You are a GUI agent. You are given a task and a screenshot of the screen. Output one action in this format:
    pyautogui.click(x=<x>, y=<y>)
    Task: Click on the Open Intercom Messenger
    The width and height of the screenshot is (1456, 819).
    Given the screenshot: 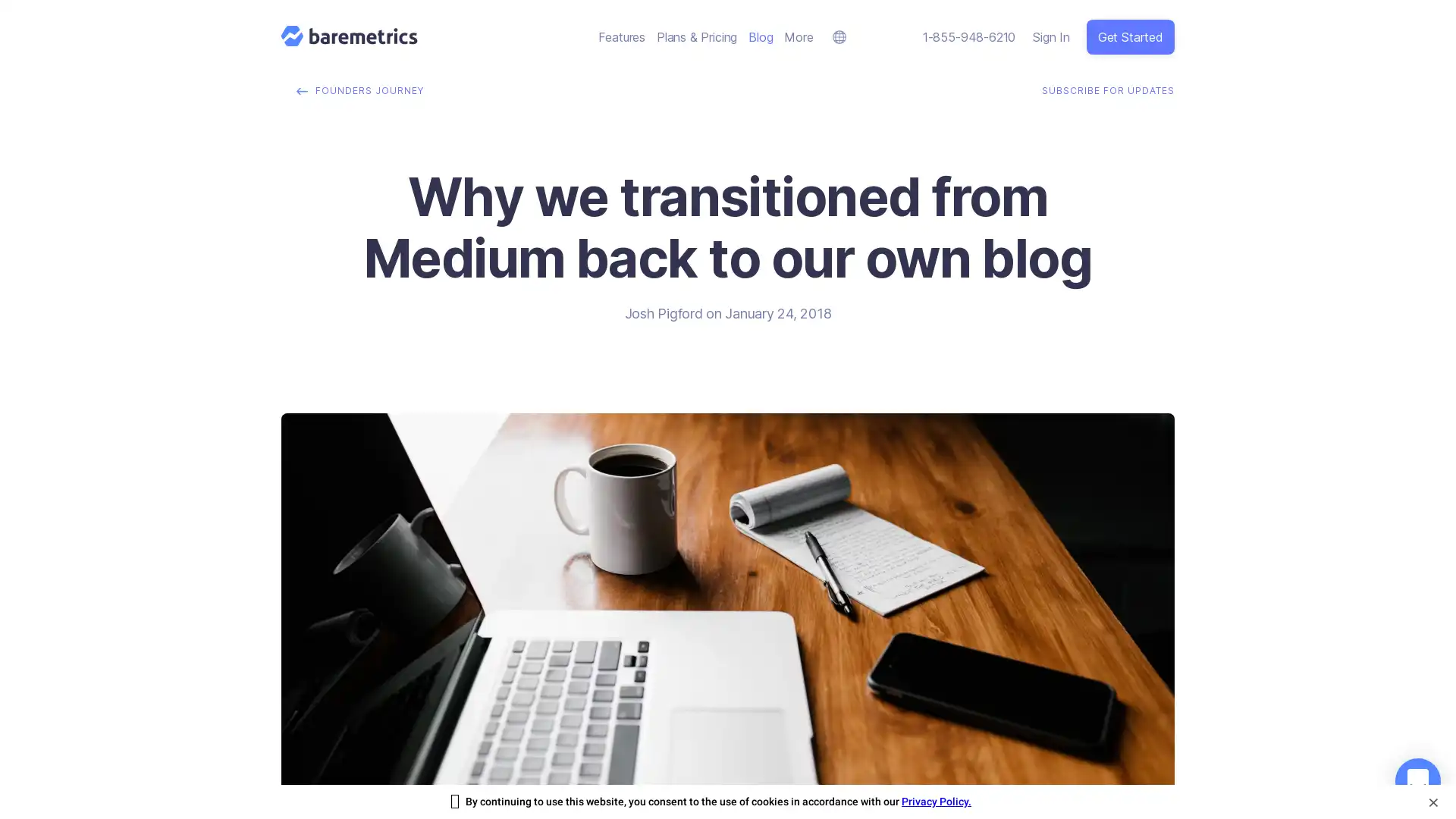 What is the action you would take?
    pyautogui.click(x=1417, y=780)
    